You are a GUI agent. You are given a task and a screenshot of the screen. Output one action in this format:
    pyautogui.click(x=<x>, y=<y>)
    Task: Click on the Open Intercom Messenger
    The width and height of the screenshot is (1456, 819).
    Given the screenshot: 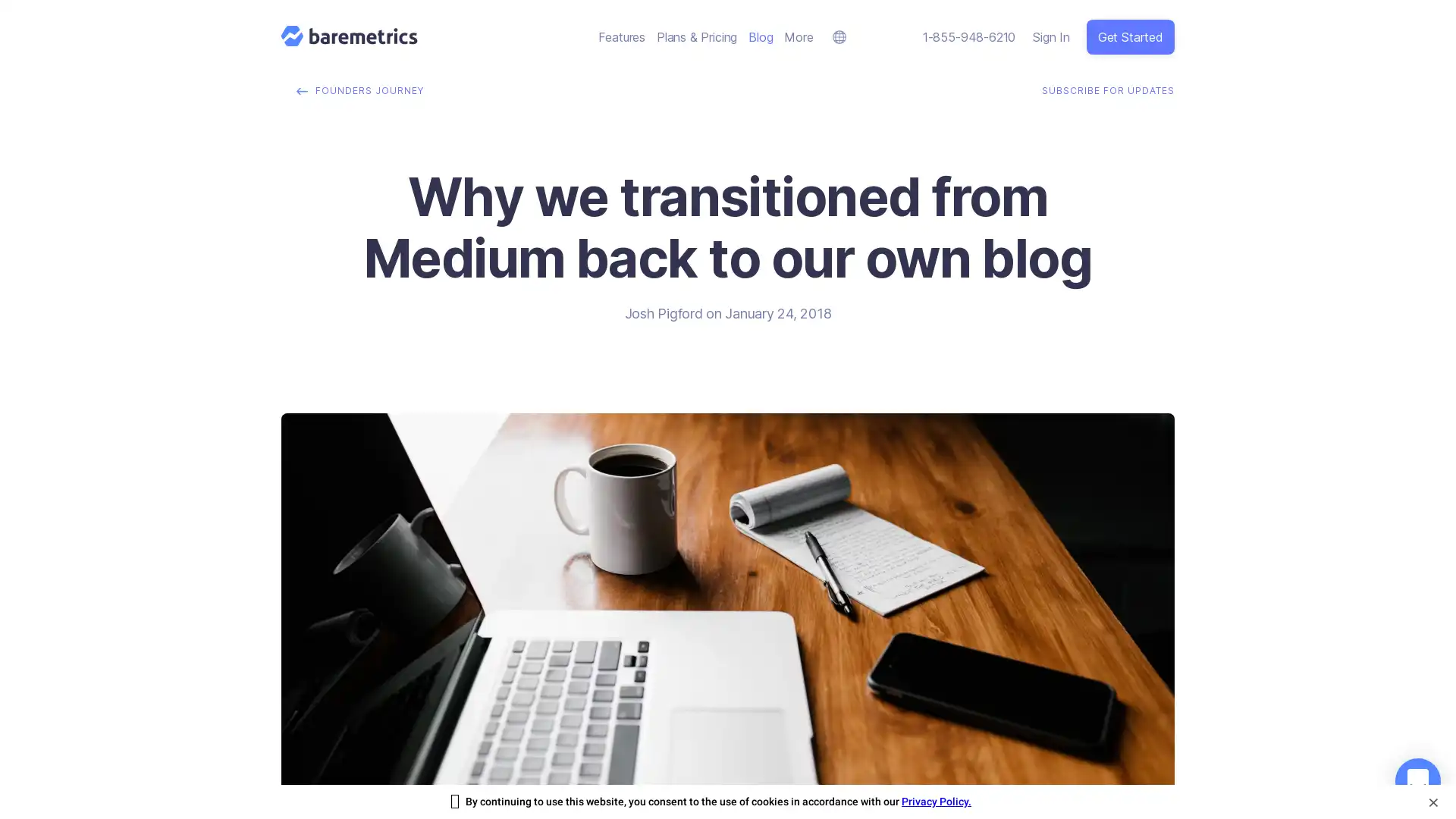 What is the action you would take?
    pyautogui.click(x=1417, y=780)
    